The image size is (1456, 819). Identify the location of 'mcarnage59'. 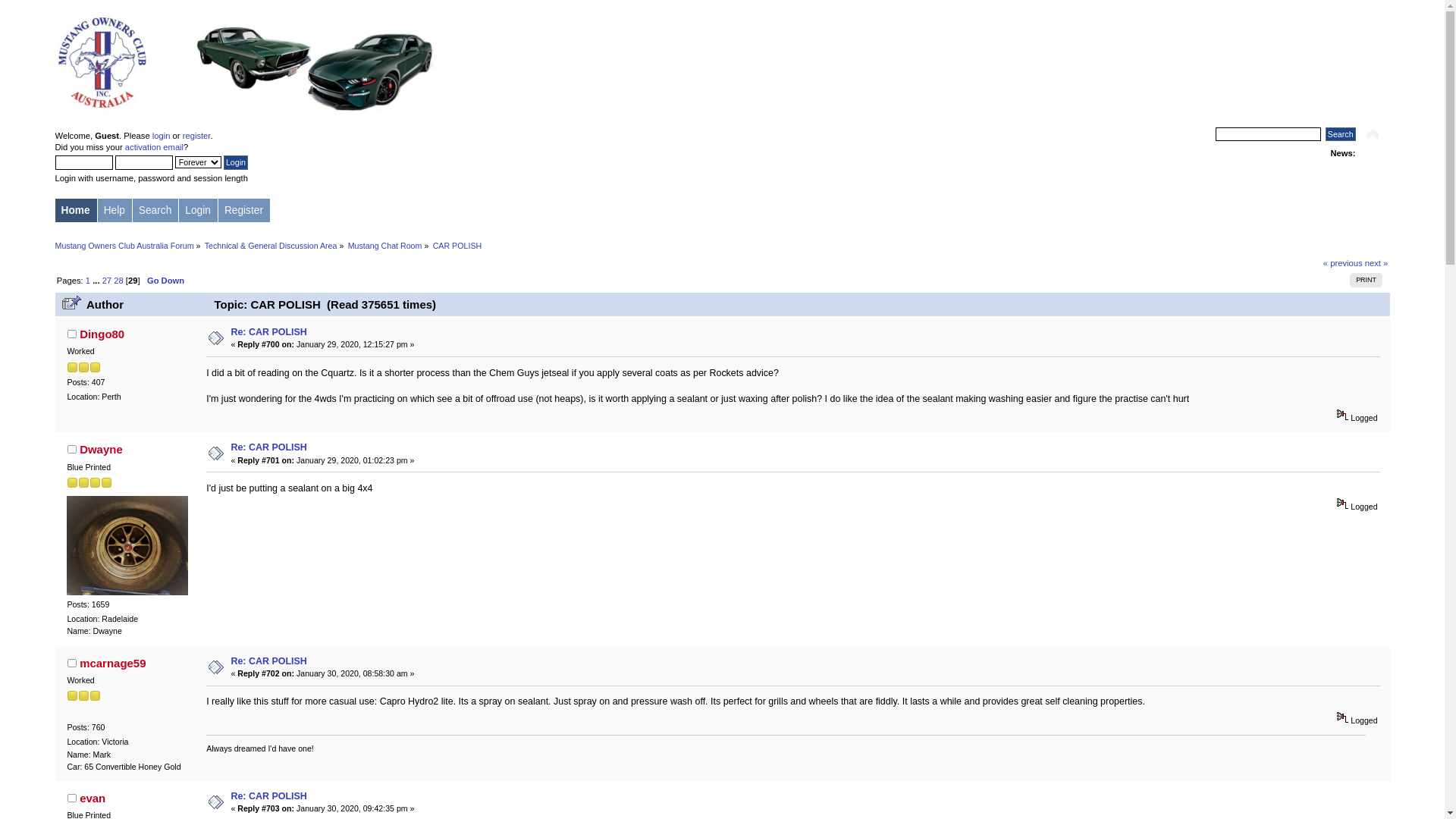
(111, 662).